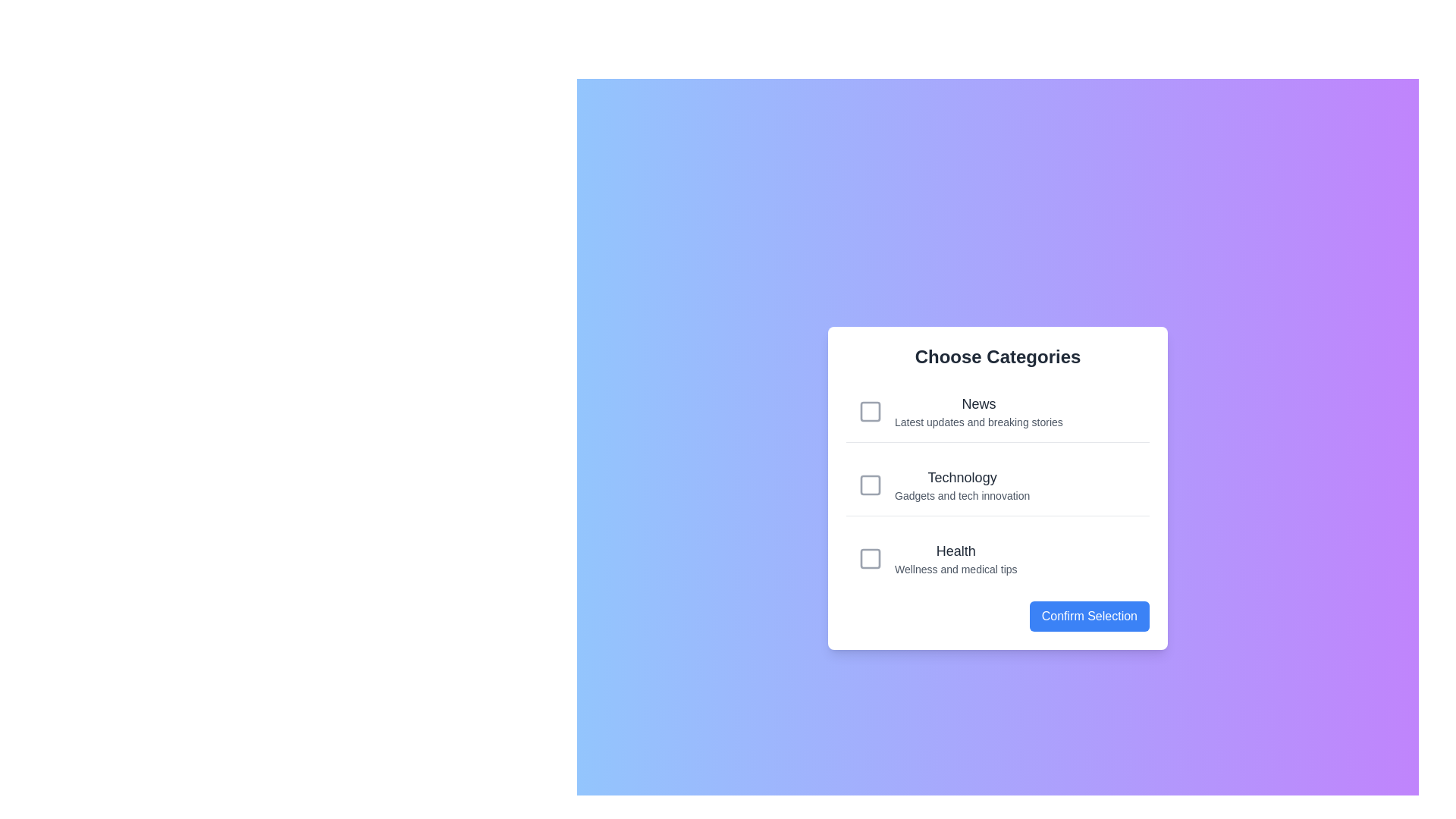 This screenshot has width=1456, height=819. What do you see at coordinates (997, 485) in the screenshot?
I see `the category Technology to observe visual feedback` at bounding box center [997, 485].